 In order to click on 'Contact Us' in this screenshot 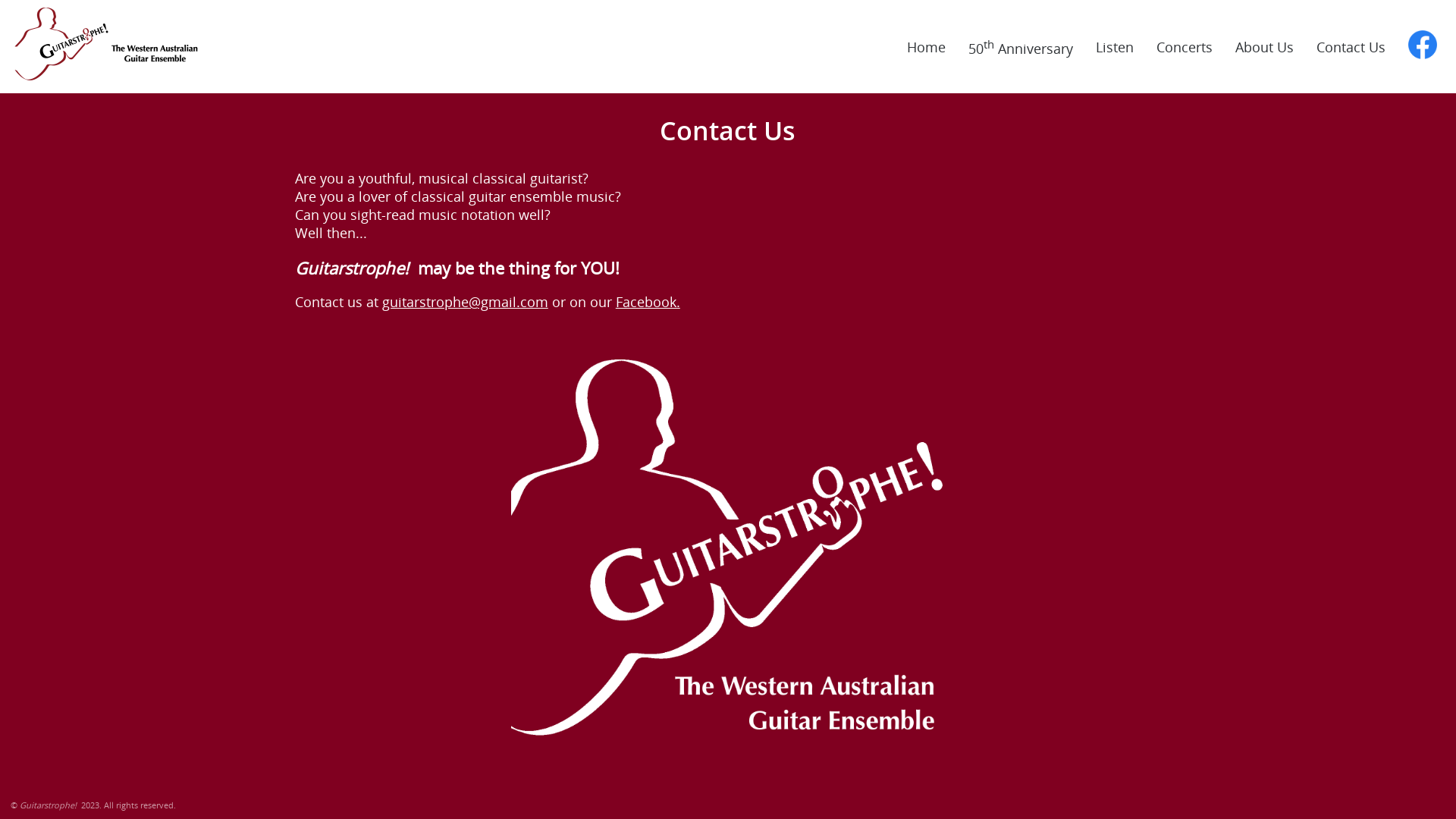, I will do `click(1304, 45)`.